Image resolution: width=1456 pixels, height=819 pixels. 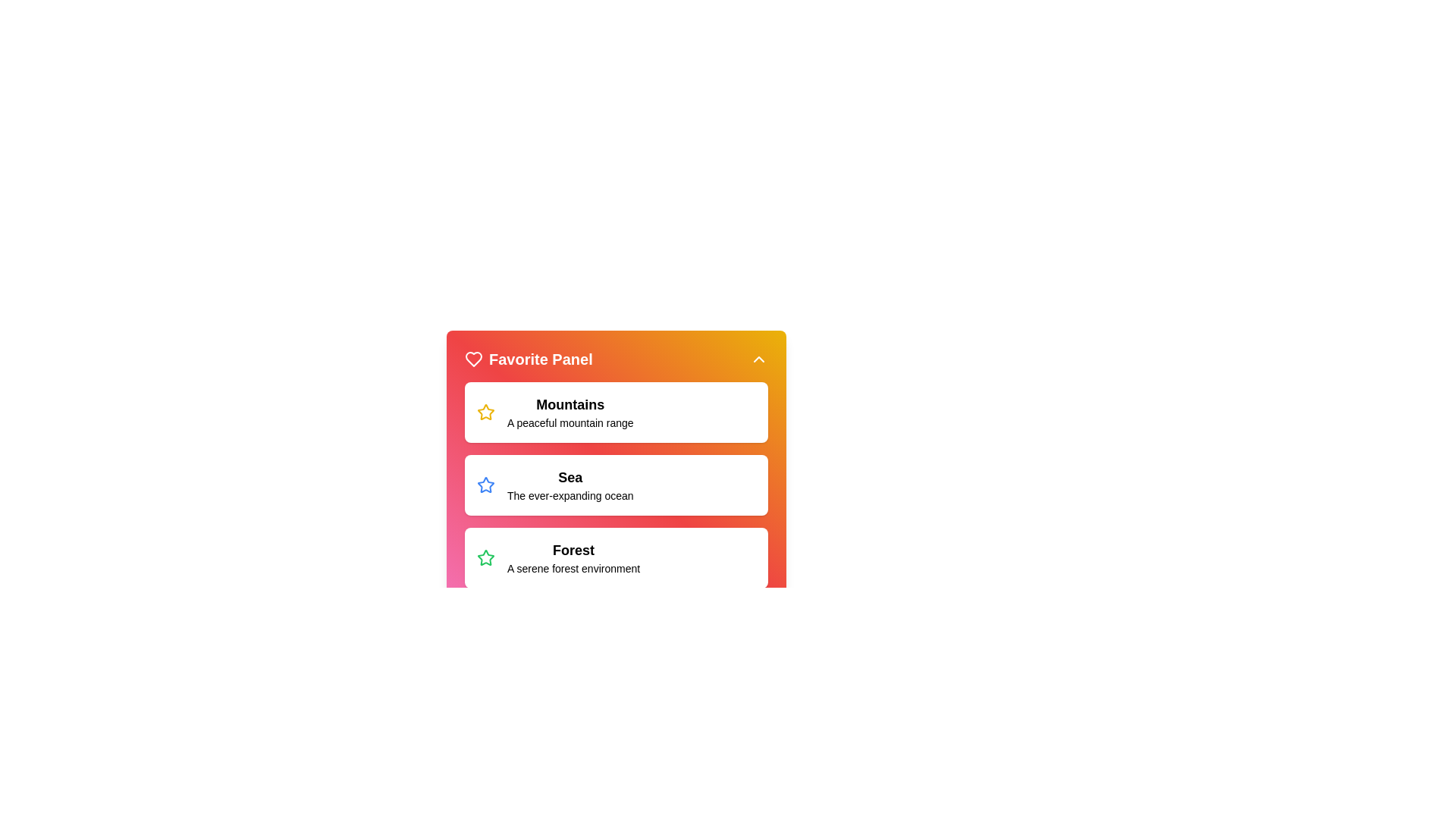 I want to click on the 'Forest' text label, which is prominently displayed in bold and larger font within the 'Favorite Panel', positioned above the smaller descriptive text and next to a green star icon, so click(x=573, y=550).